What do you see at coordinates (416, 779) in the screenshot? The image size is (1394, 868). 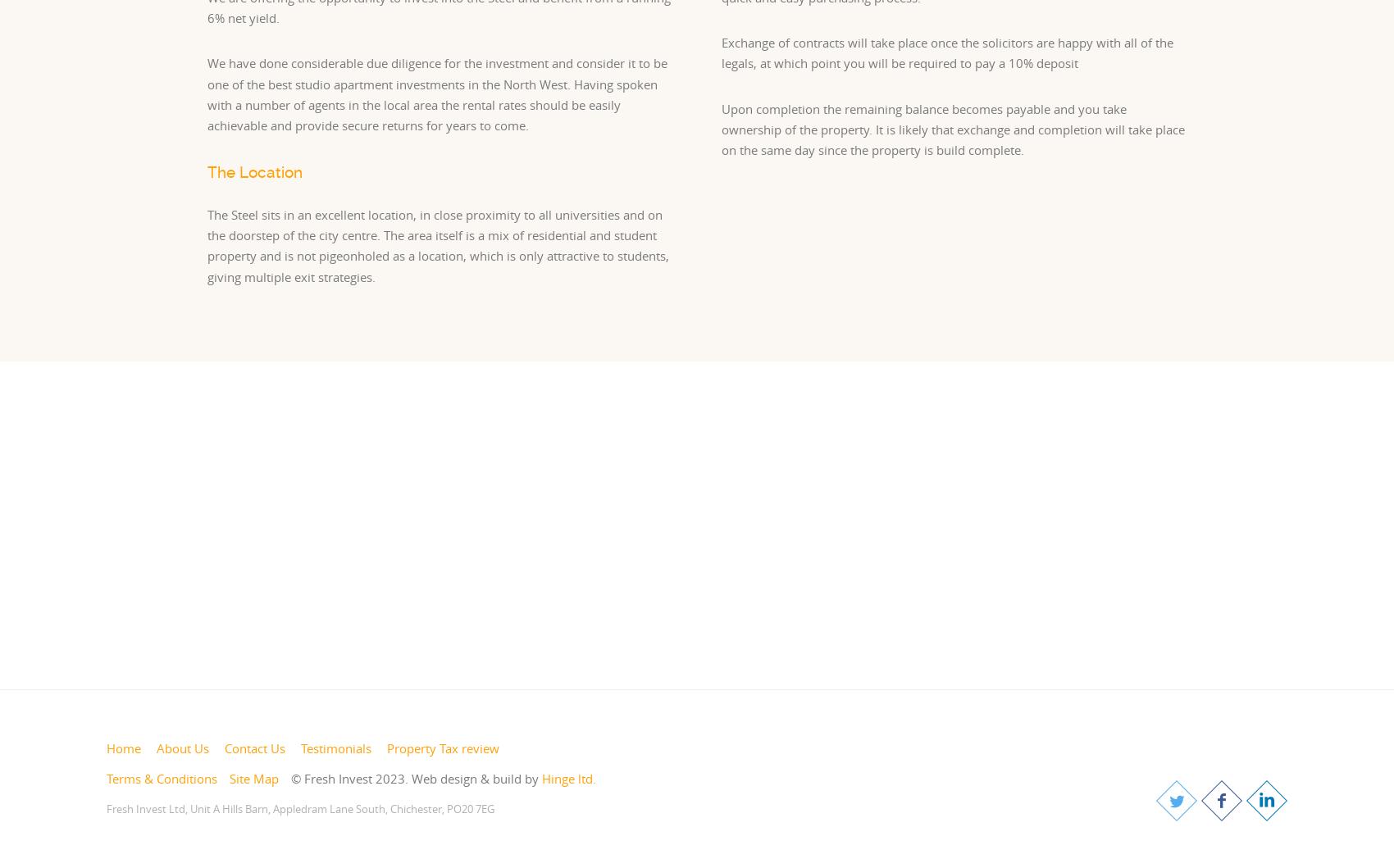 I see `'© Fresh Invest 2023.  Web design & build by'` at bounding box center [416, 779].